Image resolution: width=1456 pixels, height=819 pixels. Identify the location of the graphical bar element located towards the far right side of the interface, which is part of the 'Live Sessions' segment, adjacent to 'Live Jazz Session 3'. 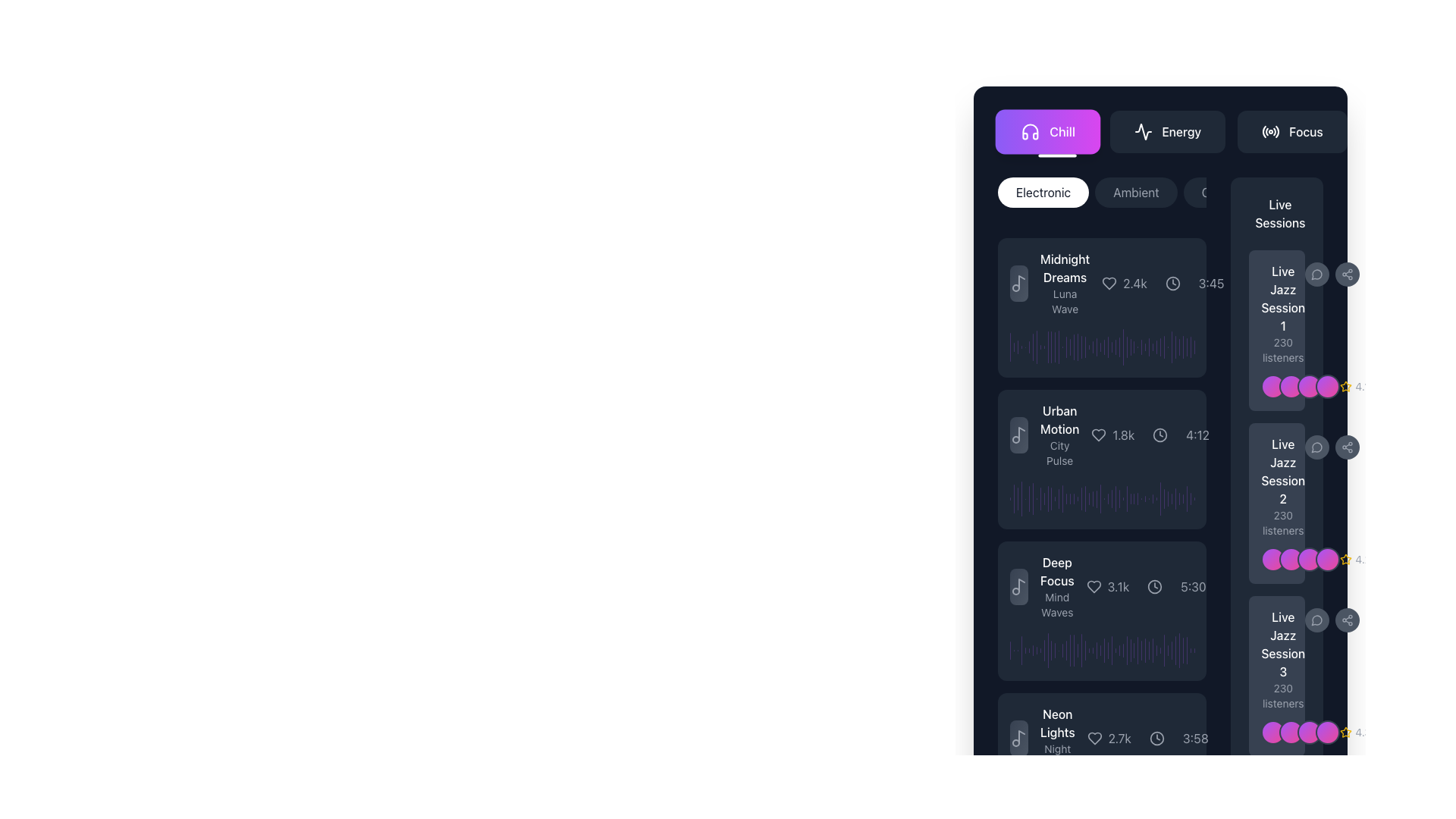
(1167, 801).